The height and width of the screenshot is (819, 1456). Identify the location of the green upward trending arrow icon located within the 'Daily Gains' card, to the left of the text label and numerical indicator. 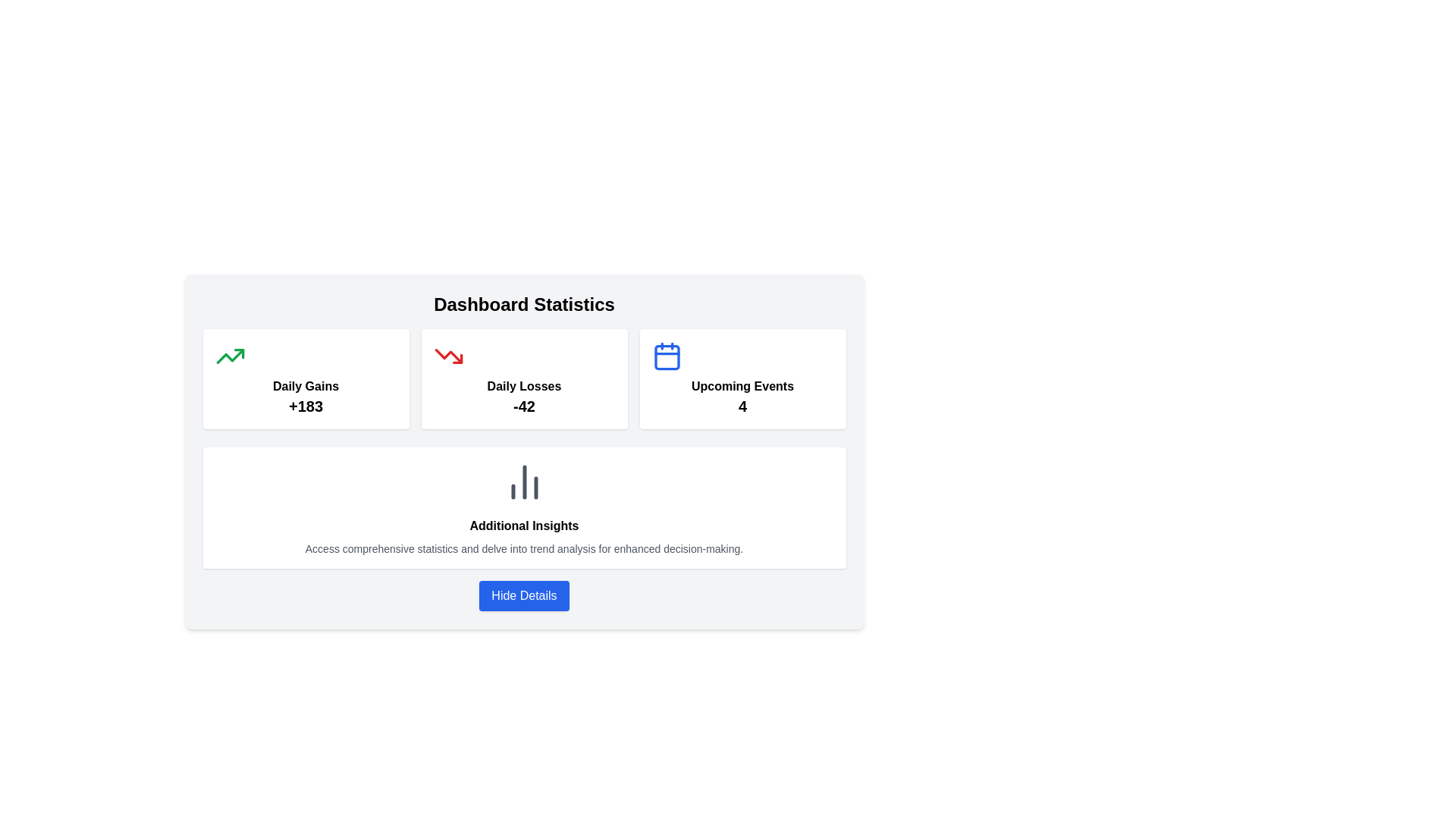
(229, 356).